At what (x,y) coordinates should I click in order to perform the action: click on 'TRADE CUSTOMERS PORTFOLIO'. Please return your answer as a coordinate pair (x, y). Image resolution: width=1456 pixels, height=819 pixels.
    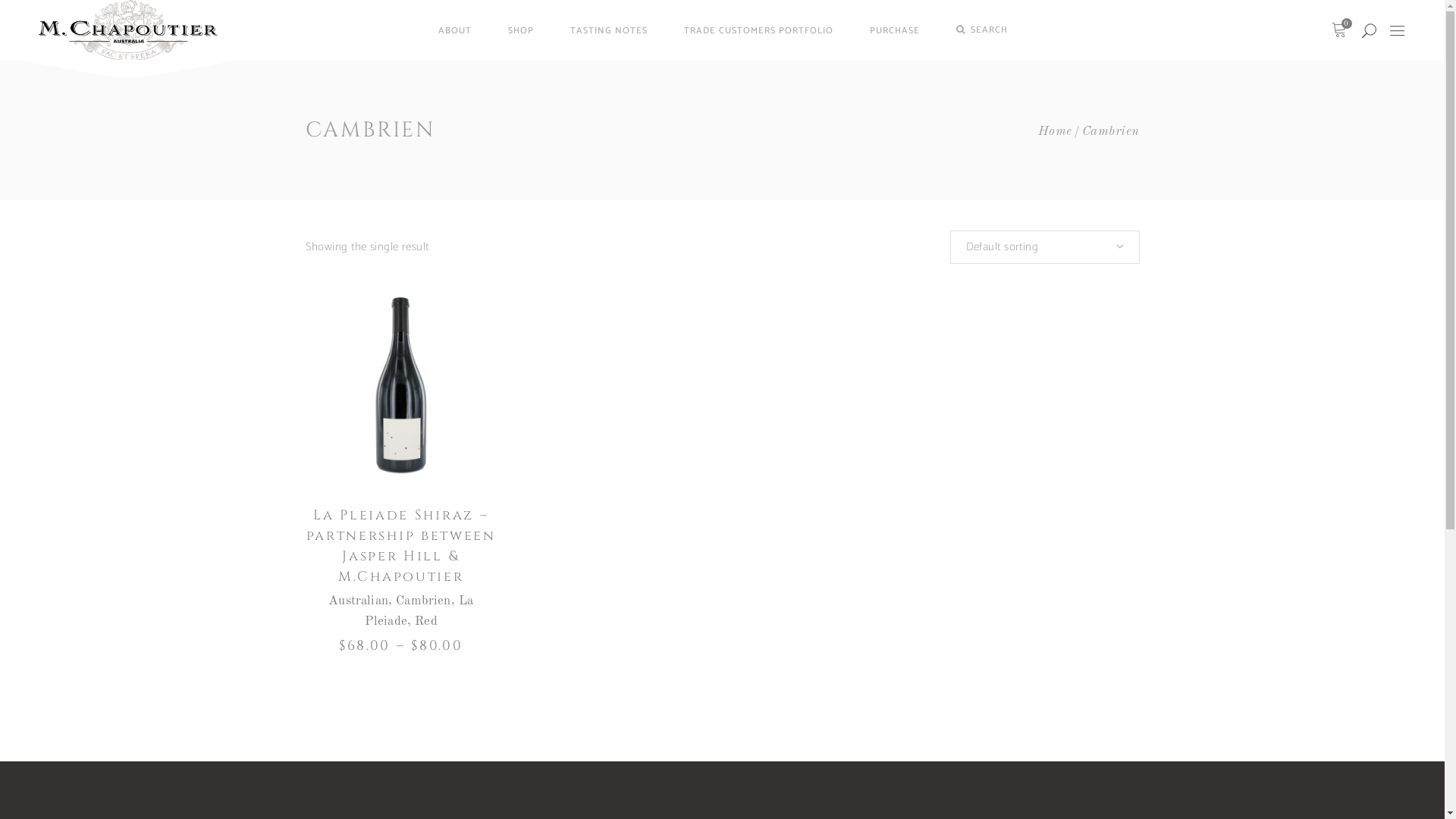
    Looking at the image, I should click on (758, 30).